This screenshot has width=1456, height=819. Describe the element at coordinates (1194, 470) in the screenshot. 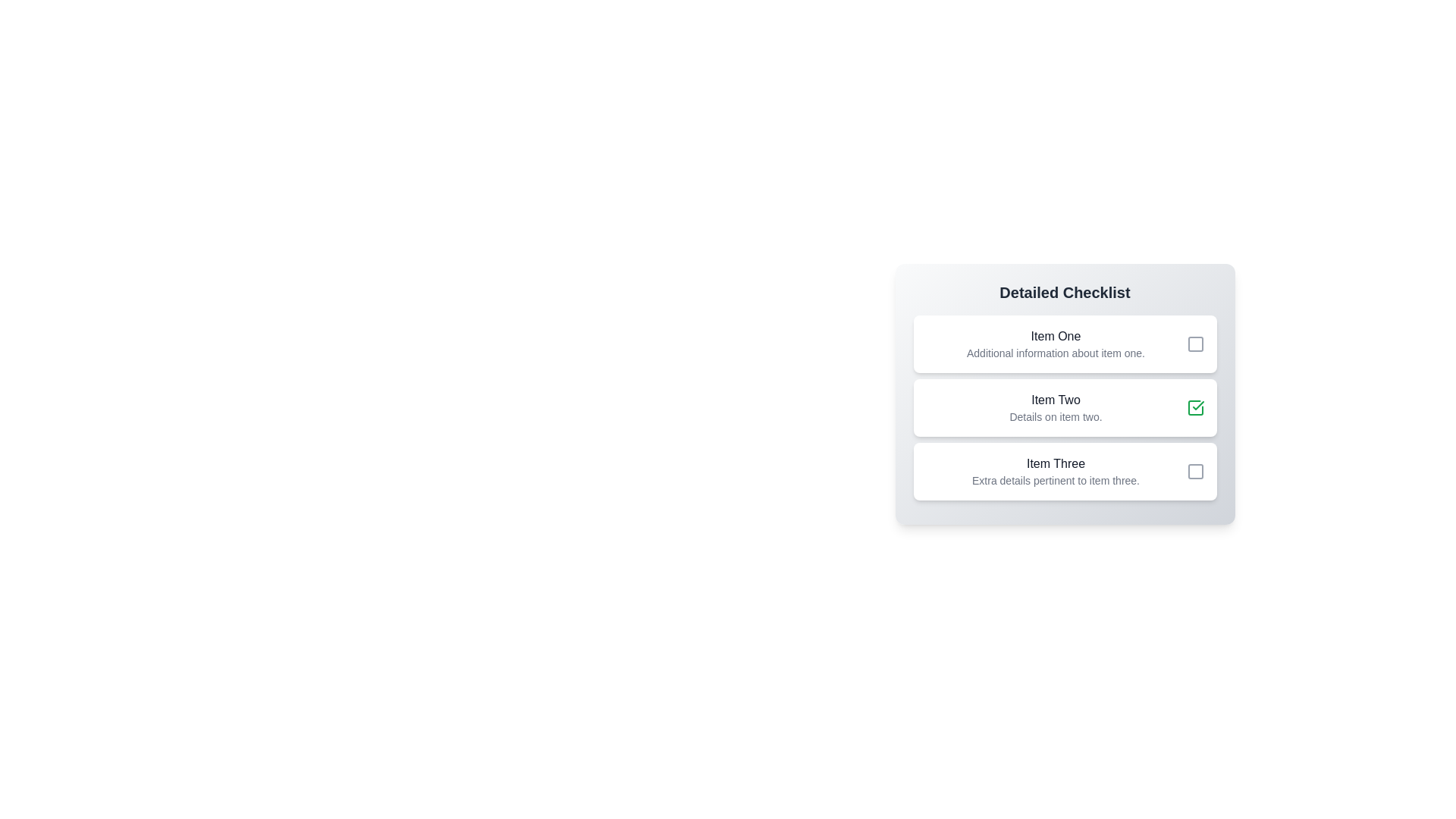

I see `the small rounded rectangle icon located within the SVG element for 'Item Three' in the detailed checklist layout` at that location.